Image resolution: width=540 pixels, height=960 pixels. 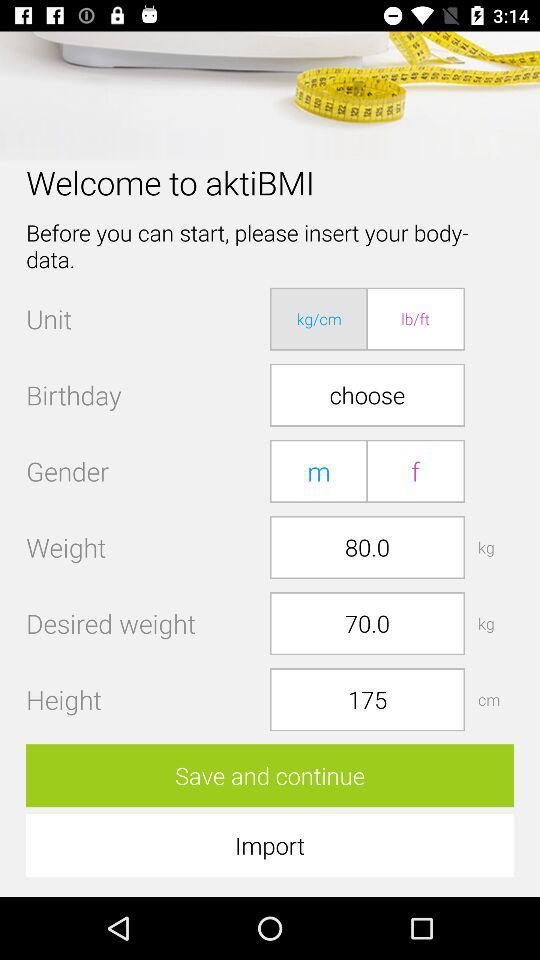 What do you see at coordinates (366, 394) in the screenshot?
I see `the button above the m item` at bounding box center [366, 394].